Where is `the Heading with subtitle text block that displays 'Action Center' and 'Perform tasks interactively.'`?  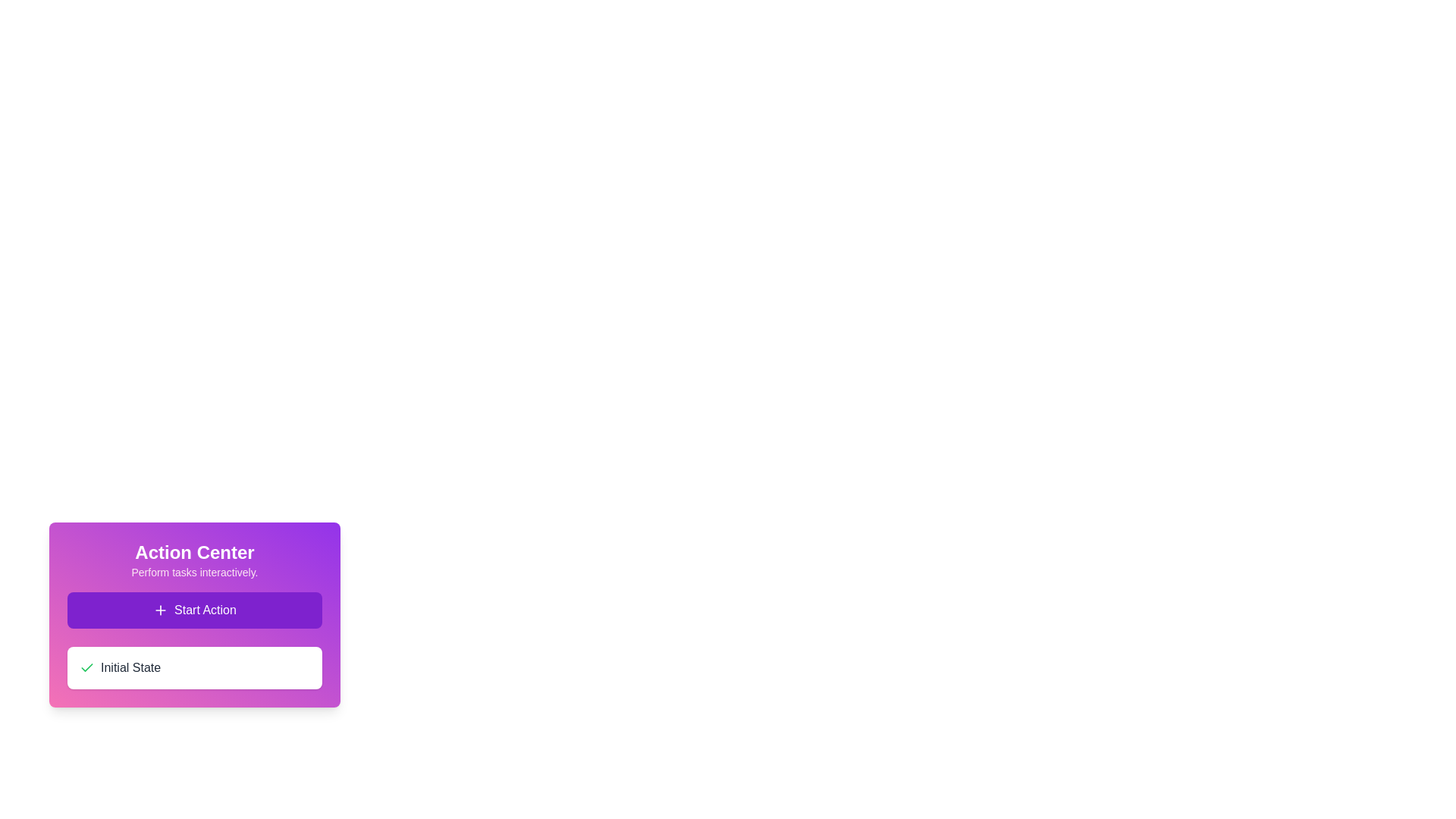
the Heading with subtitle text block that displays 'Action Center' and 'Perform tasks interactively.' is located at coordinates (194, 560).